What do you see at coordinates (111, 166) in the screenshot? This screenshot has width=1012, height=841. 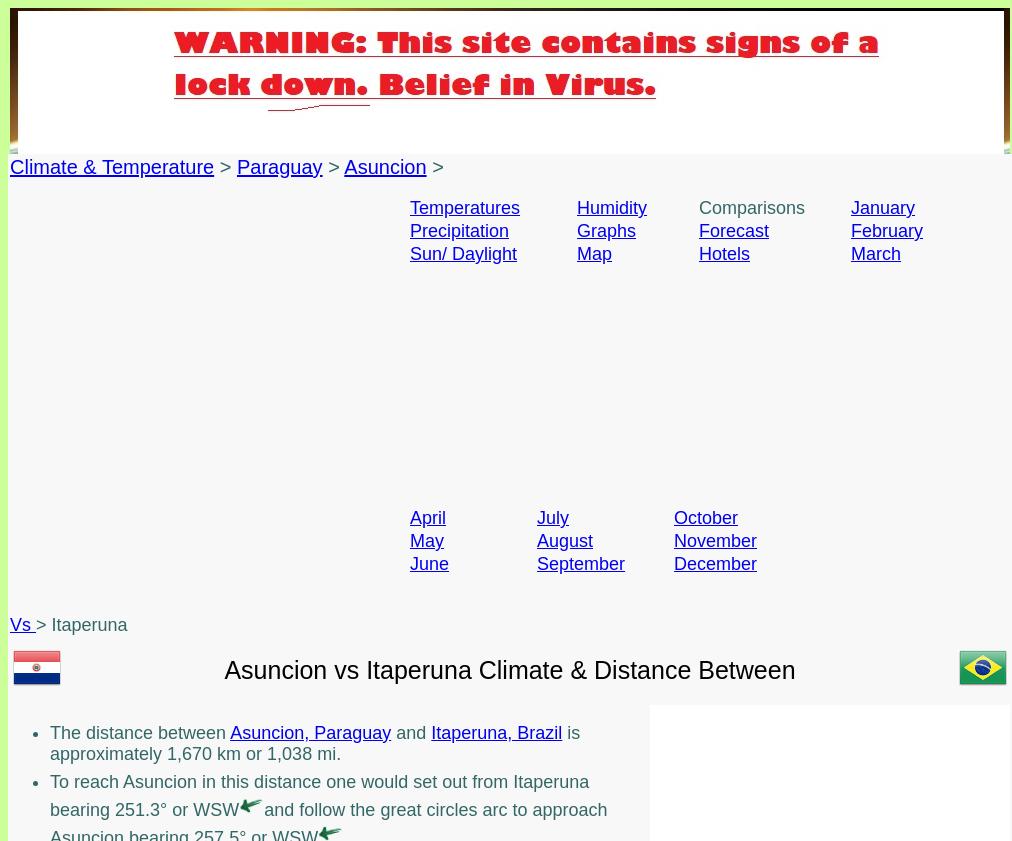 I see `'Climate & Temperature'` at bounding box center [111, 166].